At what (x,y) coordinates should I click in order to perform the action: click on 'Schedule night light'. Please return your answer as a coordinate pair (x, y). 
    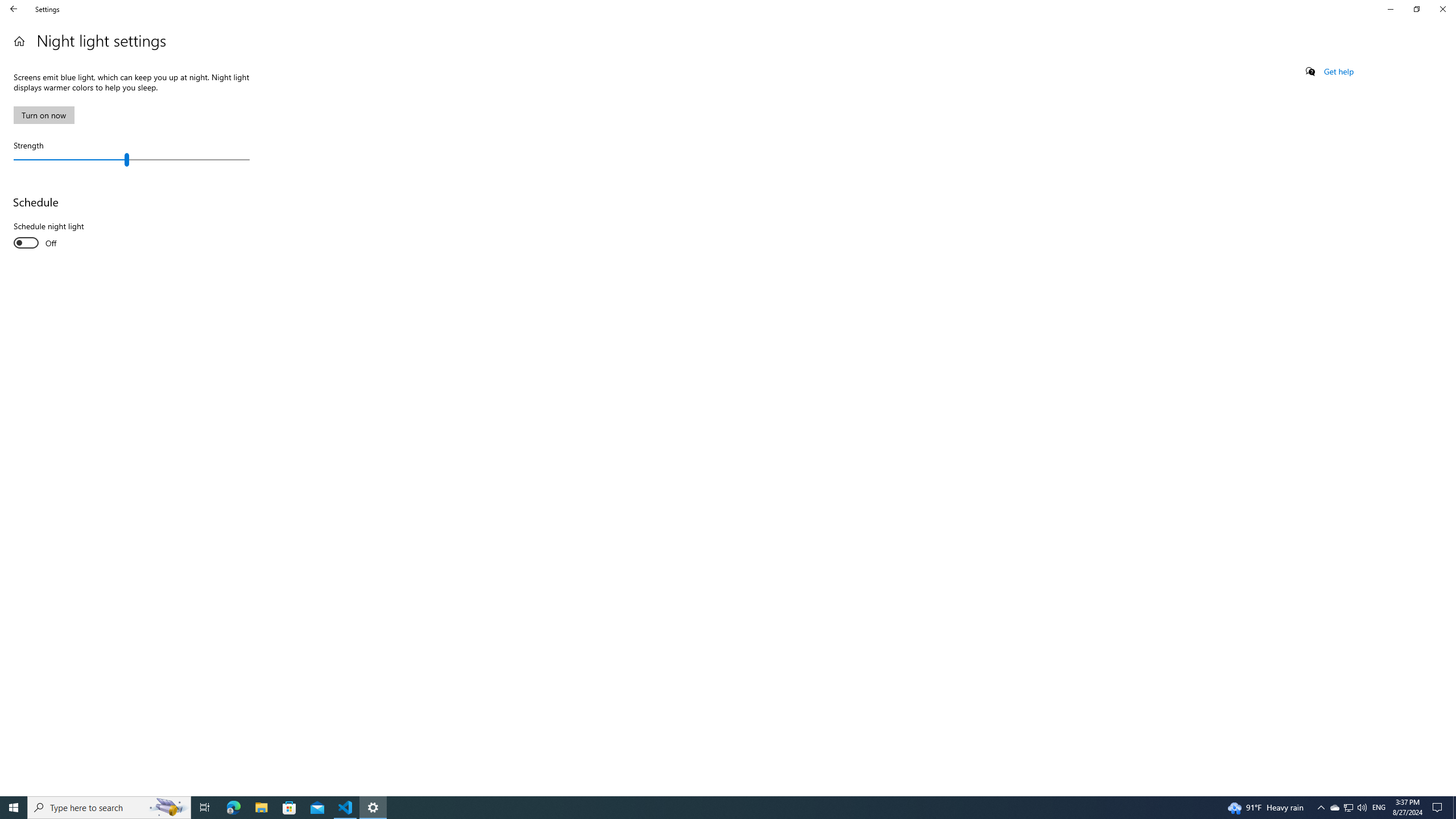
    Looking at the image, I should click on (55, 235).